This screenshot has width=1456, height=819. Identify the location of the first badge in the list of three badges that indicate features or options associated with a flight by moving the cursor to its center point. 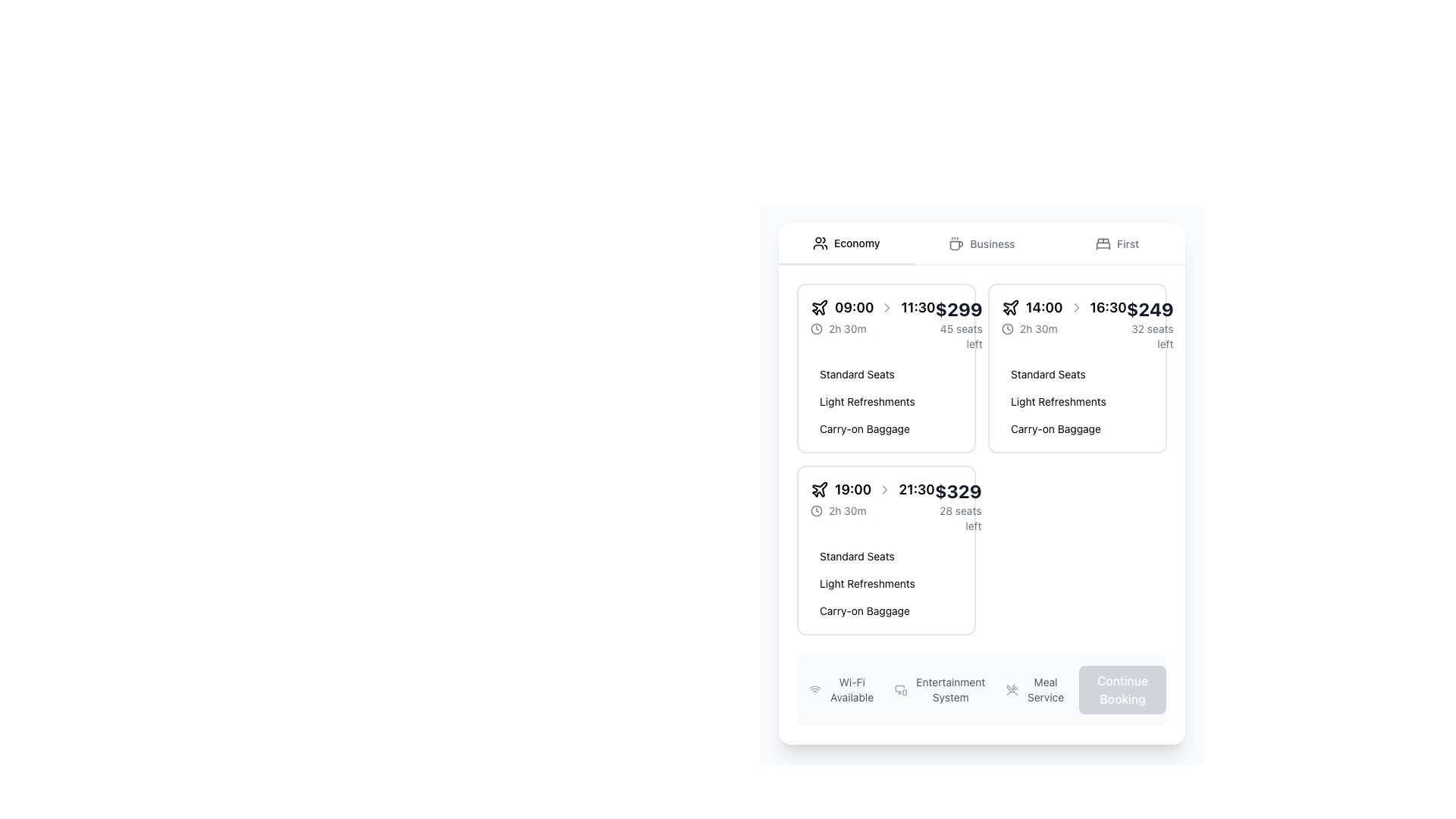
(857, 374).